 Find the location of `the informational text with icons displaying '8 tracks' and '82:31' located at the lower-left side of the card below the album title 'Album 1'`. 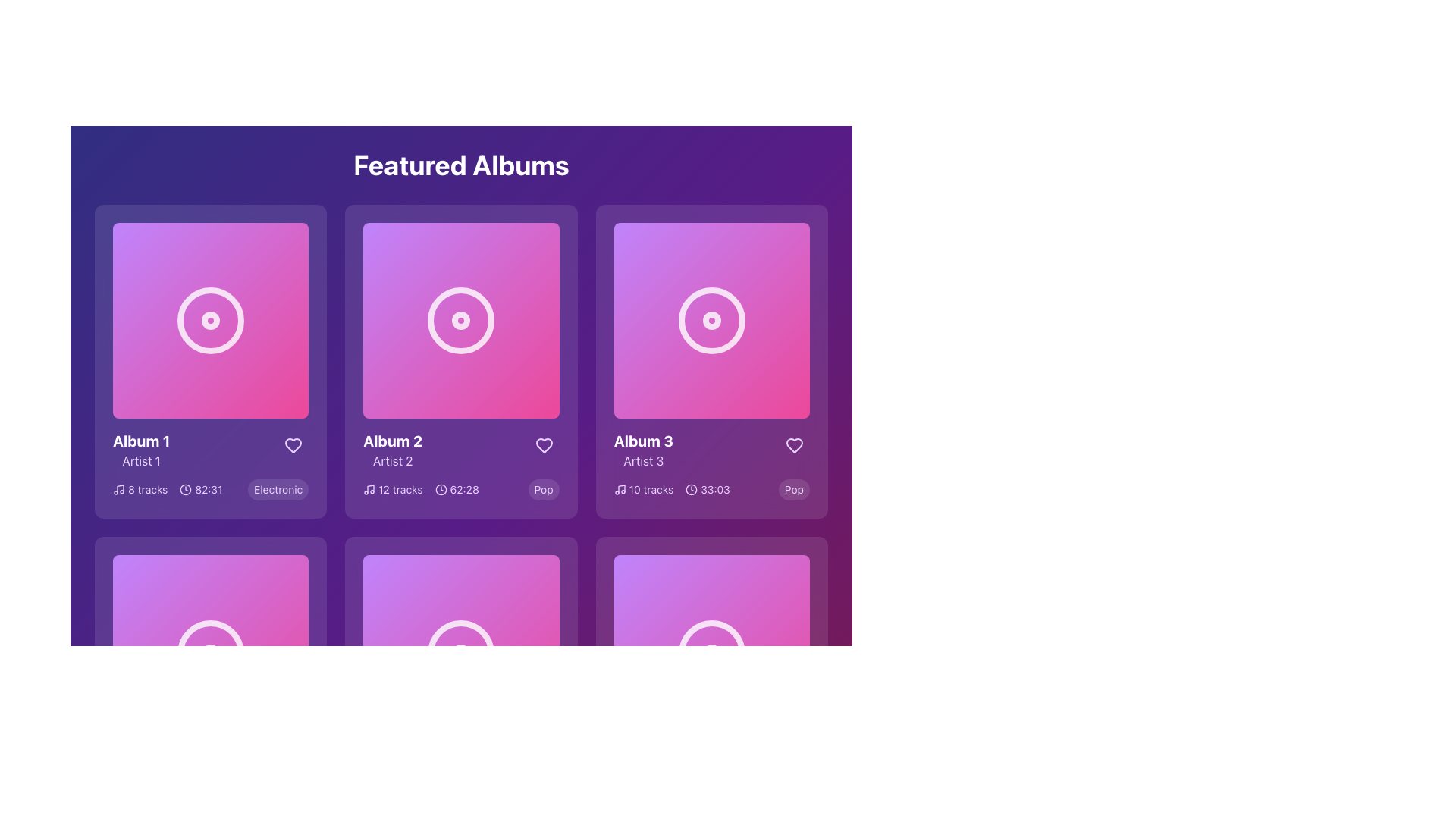

the informational text with icons displaying '8 tracks' and '82:31' located at the lower-left side of the card below the album title 'Album 1' is located at coordinates (168, 490).